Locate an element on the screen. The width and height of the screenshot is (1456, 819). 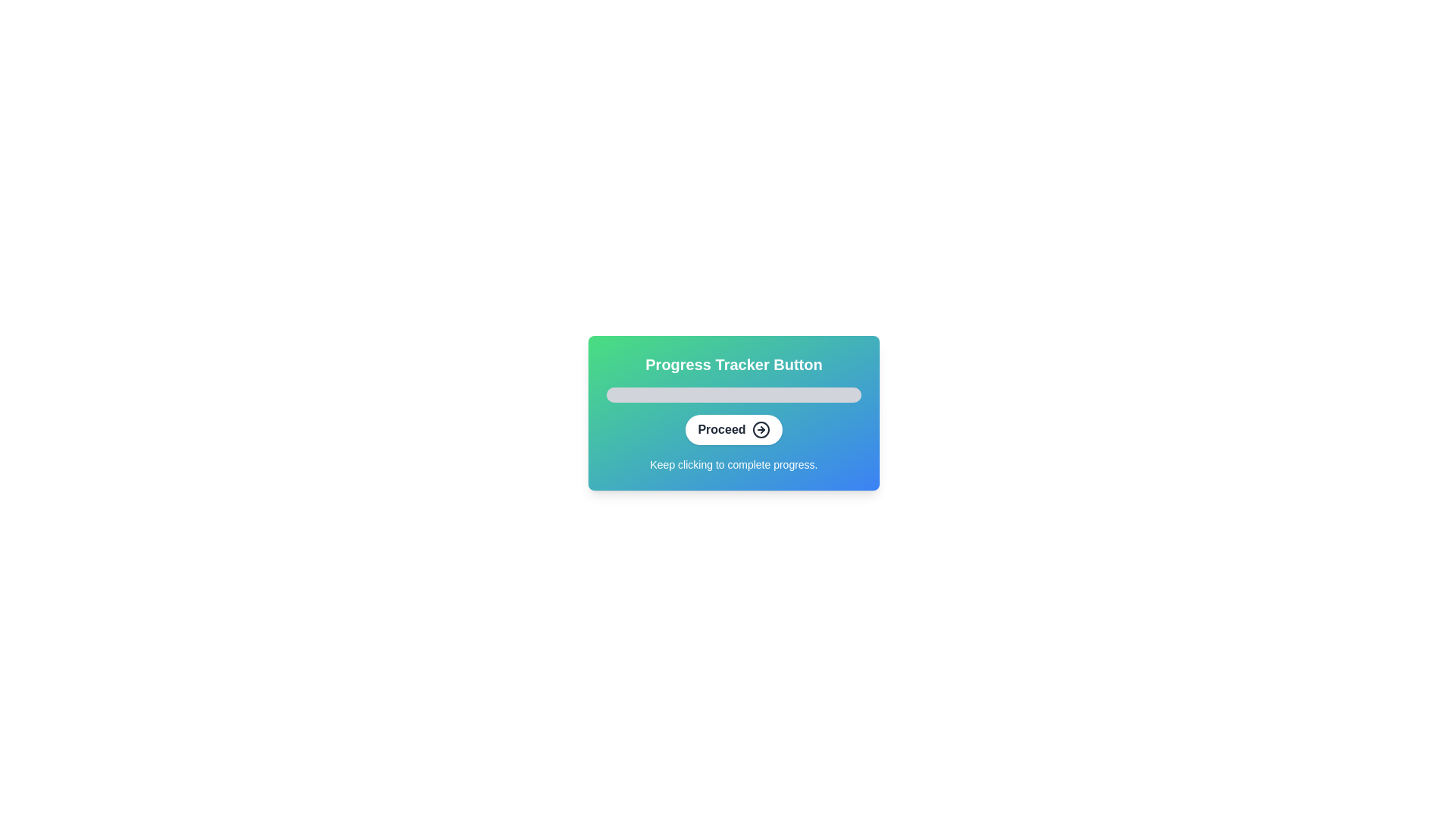
the icon with a right-pointing arrow located on the right side of the 'Proceed' button is located at coordinates (761, 430).